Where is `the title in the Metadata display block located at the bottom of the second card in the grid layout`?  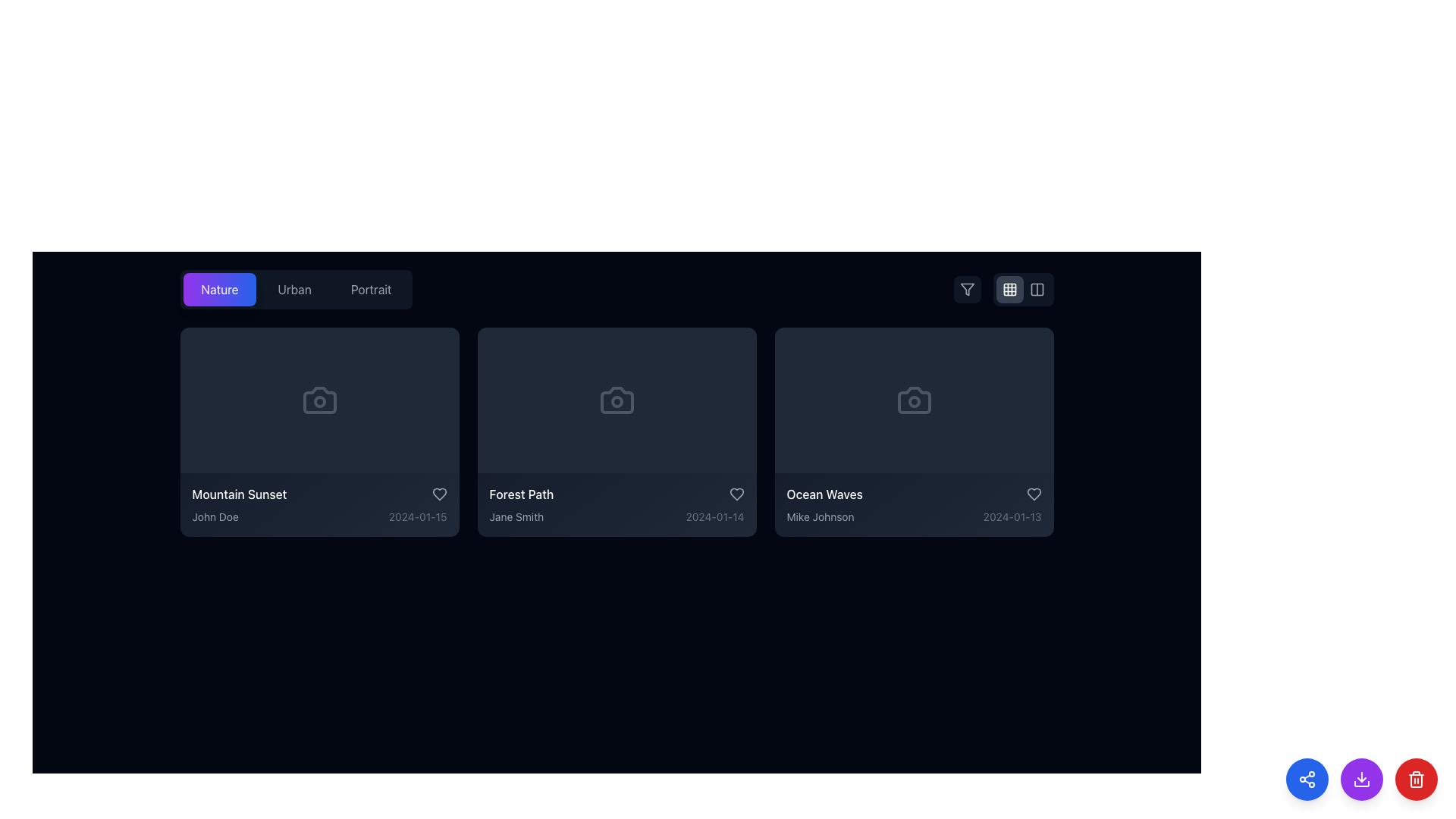 the title in the Metadata display block located at the bottom of the second card in the grid layout is located at coordinates (617, 505).